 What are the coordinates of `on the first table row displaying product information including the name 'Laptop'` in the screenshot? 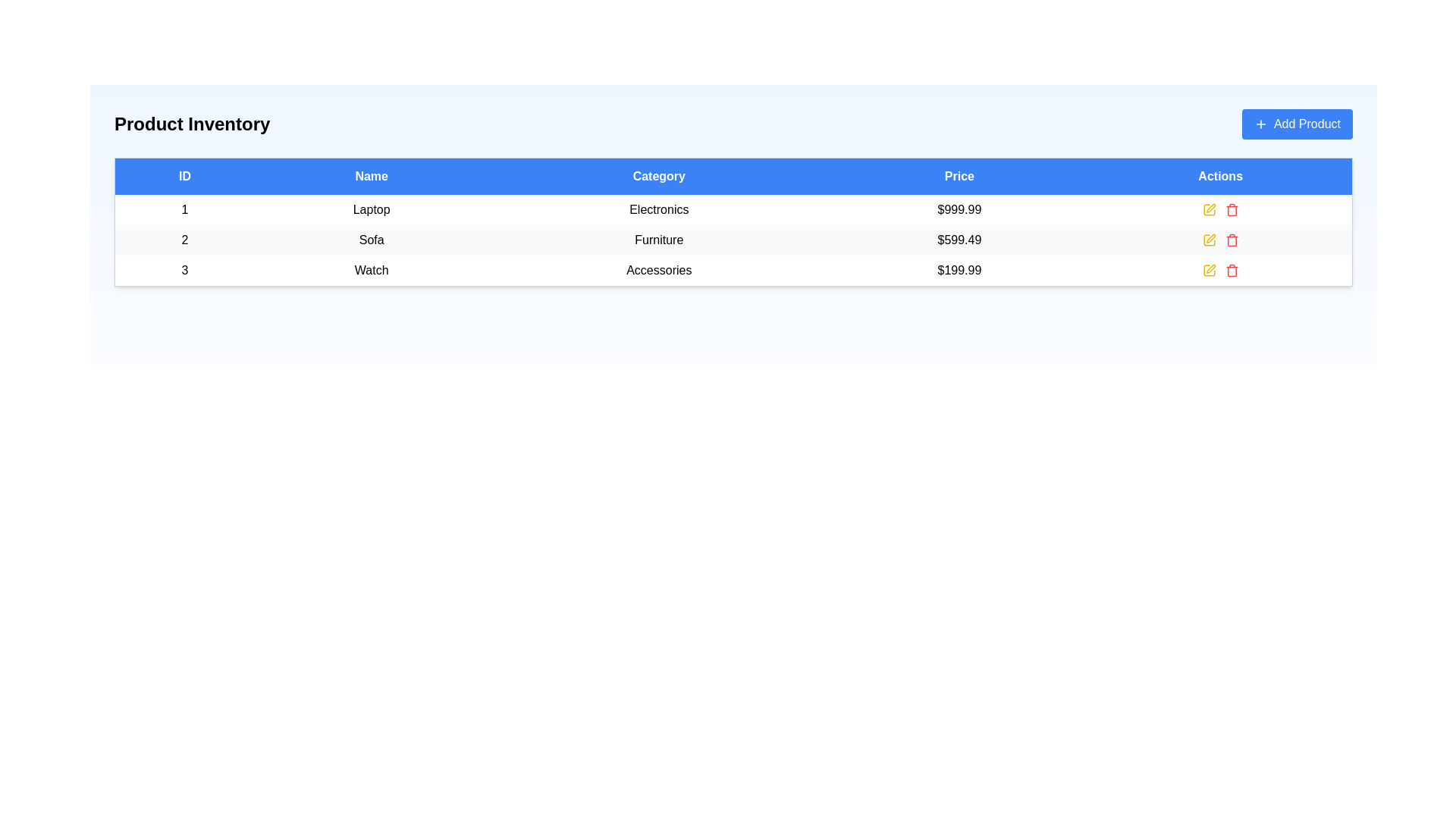 It's located at (733, 210).